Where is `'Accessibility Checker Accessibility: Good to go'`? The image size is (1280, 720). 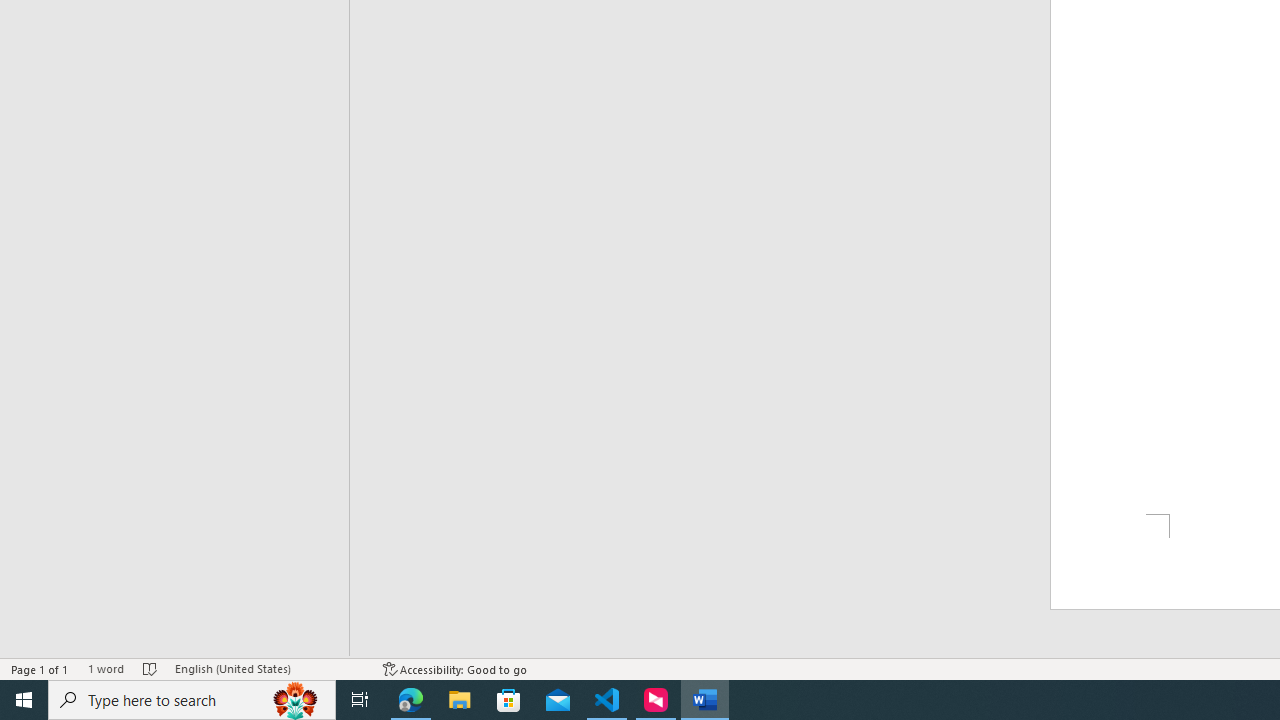
'Accessibility Checker Accessibility: Good to go' is located at coordinates (454, 669).